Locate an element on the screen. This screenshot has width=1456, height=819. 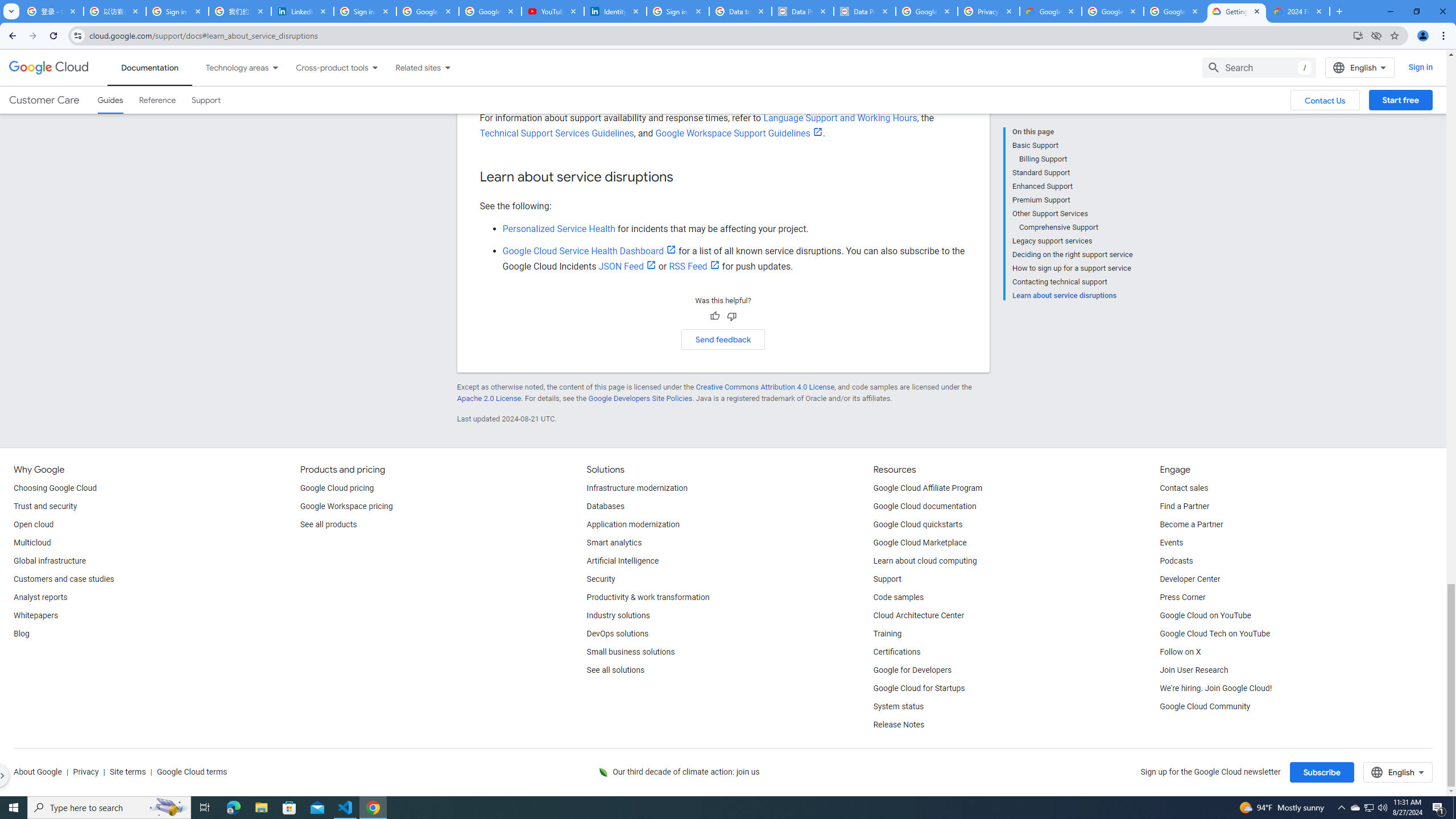
'Release Notes' is located at coordinates (898, 725).